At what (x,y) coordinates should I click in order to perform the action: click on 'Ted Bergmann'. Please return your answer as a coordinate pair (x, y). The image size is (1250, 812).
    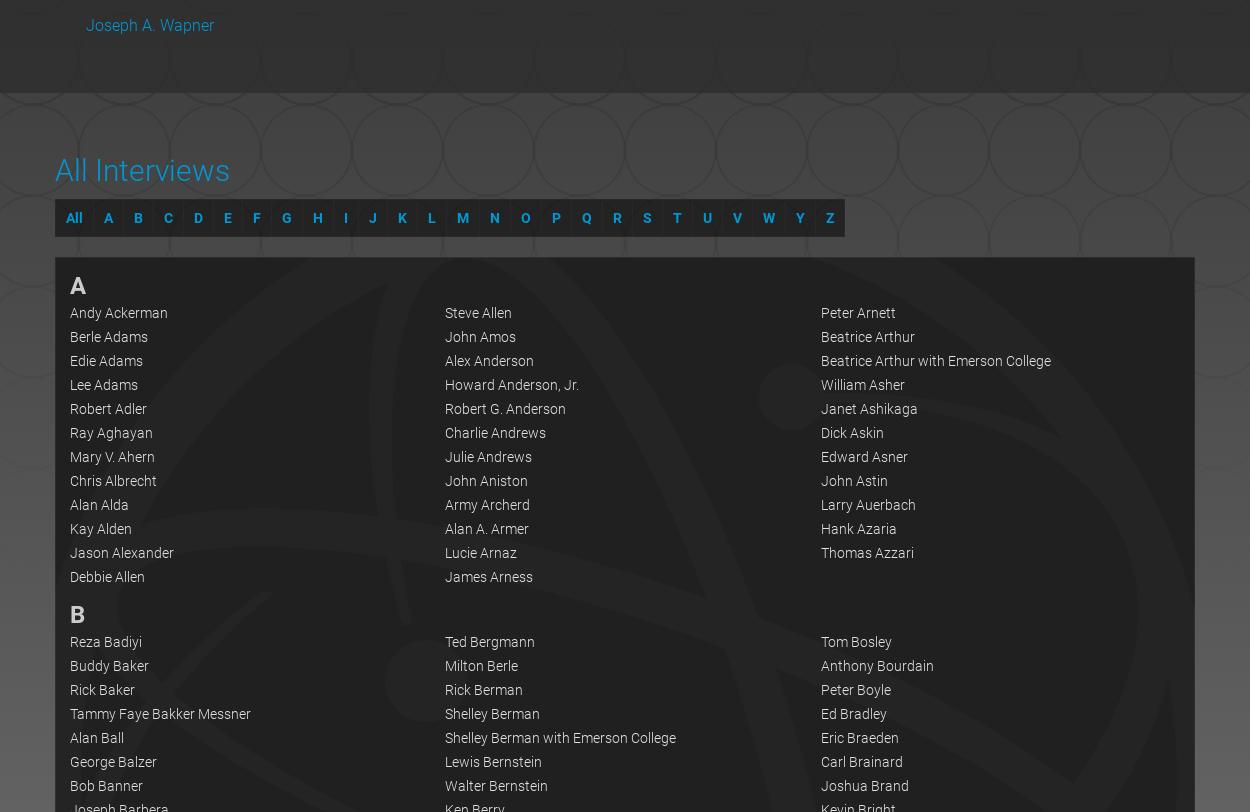
    Looking at the image, I should click on (489, 640).